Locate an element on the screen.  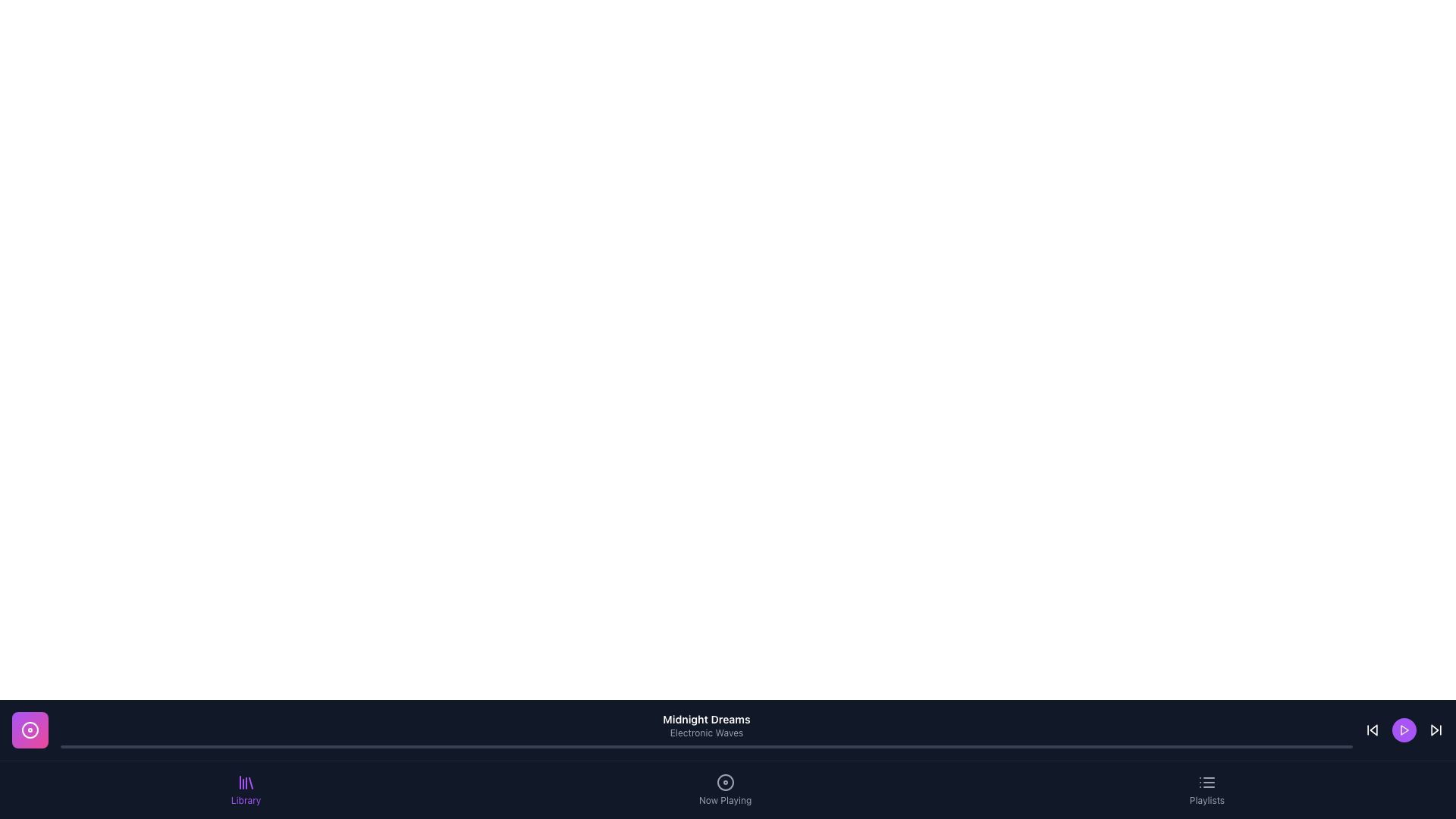
text content of the small text label that displays 'Electronic Waves', which is styled in light gray and is located directly beneath 'Midnight Dreams' is located at coordinates (705, 733).